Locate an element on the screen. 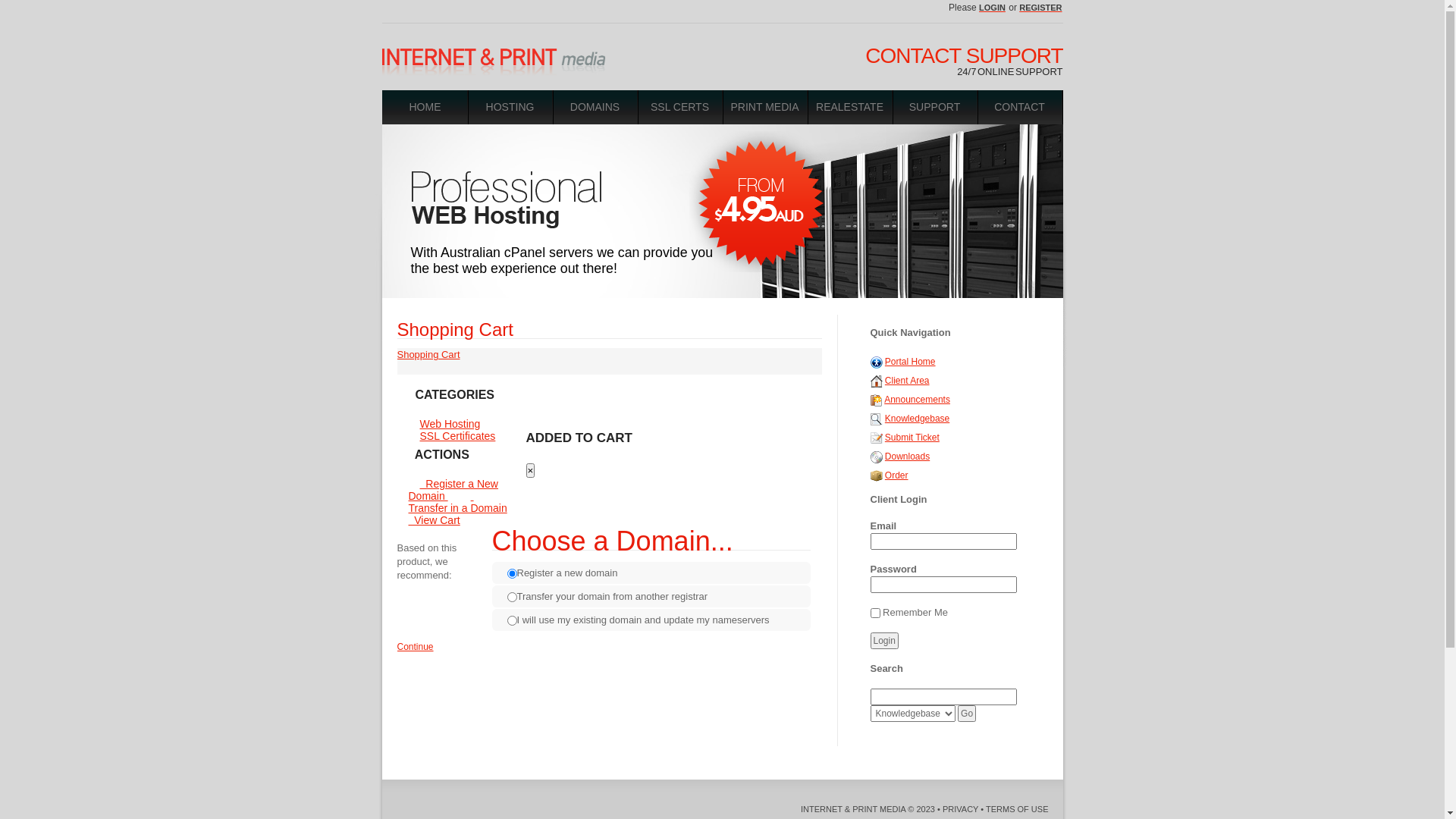 The width and height of the screenshot is (1456, 819). 'Continue' is located at coordinates (397, 646).